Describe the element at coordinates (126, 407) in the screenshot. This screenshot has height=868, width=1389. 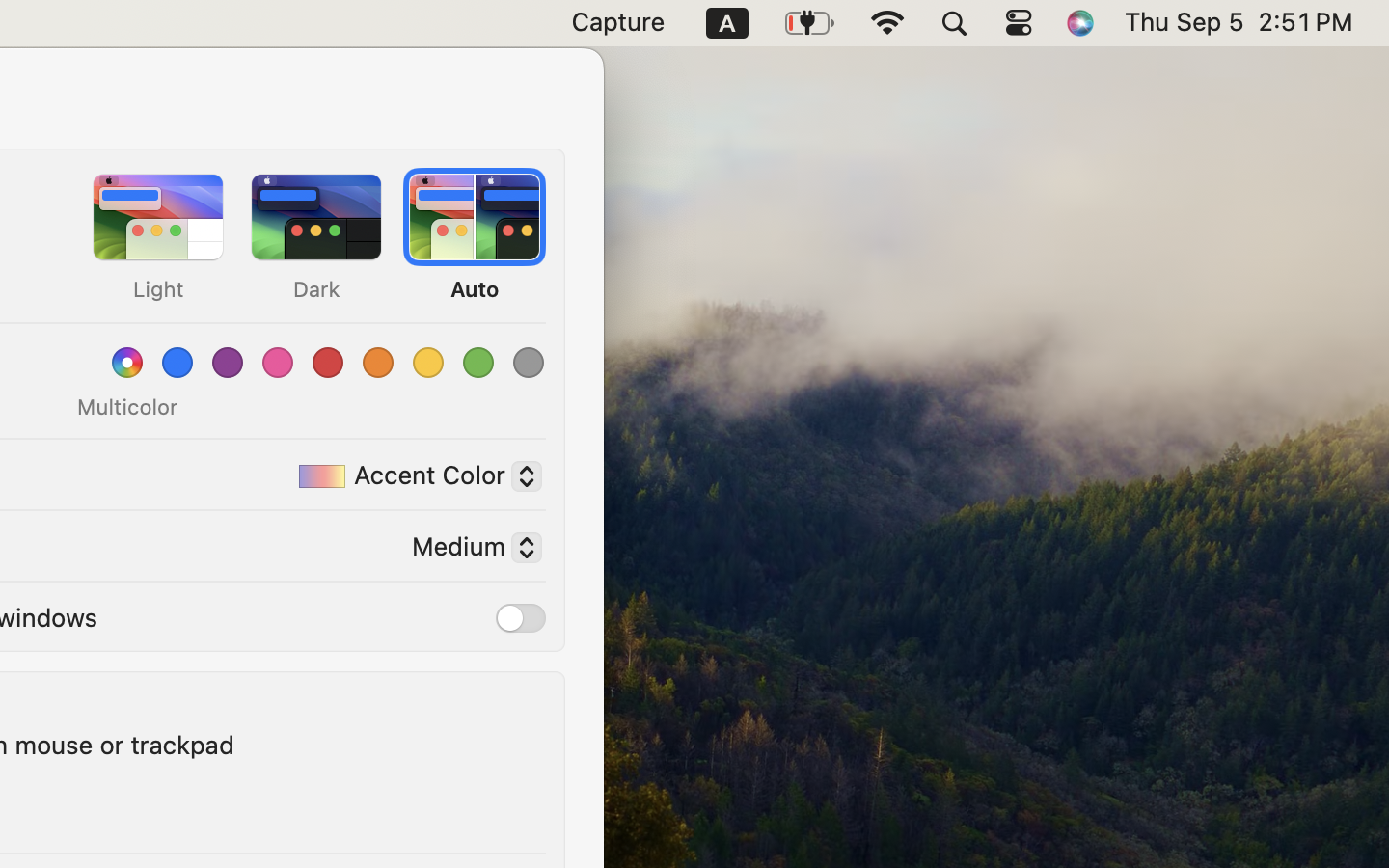
I see `'Multicolor'` at that location.